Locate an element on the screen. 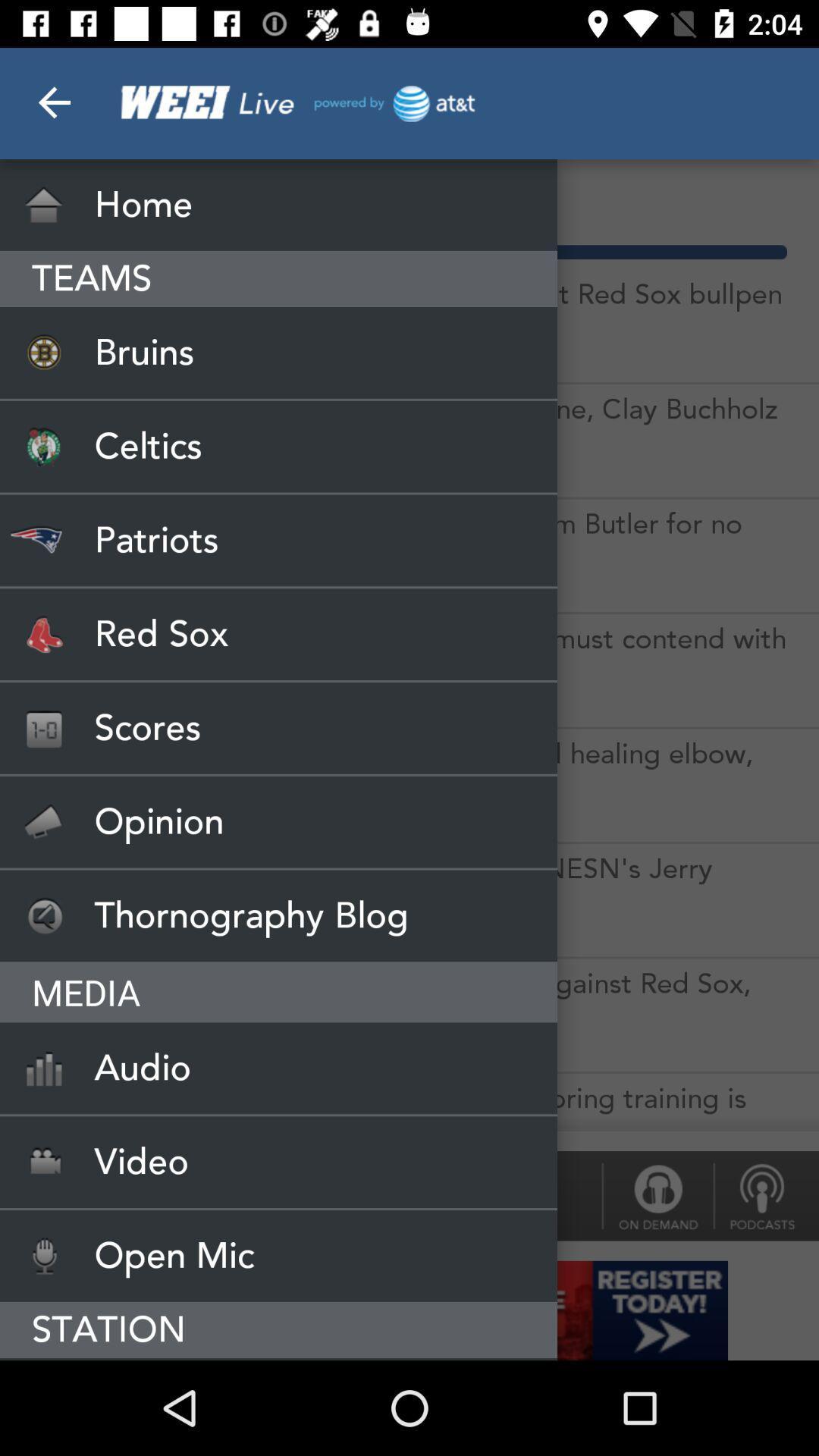  the lock icon is located at coordinates (657, 1195).